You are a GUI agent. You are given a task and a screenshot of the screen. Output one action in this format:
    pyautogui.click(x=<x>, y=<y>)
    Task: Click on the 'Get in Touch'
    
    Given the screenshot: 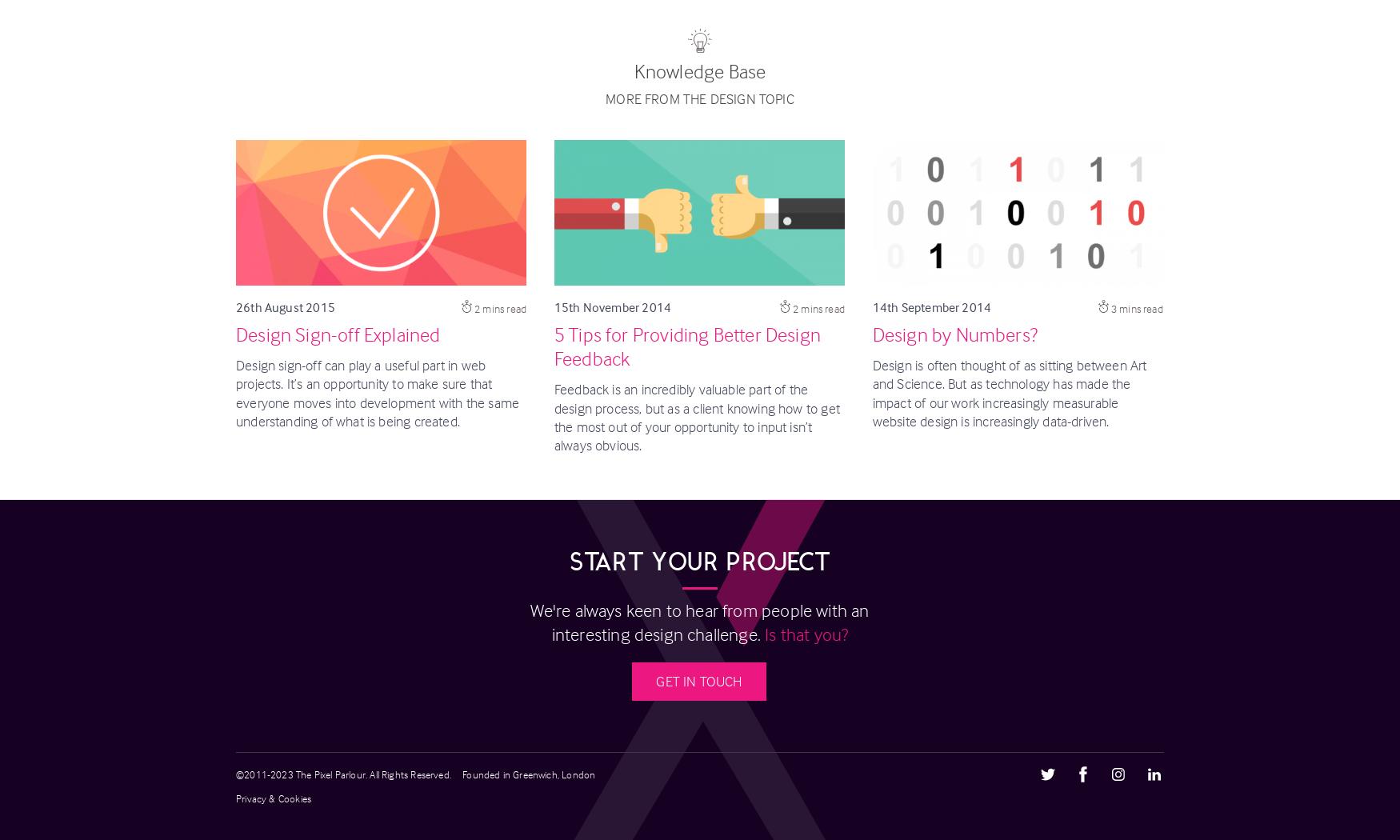 What is the action you would take?
    pyautogui.click(x=698, y=681)
    